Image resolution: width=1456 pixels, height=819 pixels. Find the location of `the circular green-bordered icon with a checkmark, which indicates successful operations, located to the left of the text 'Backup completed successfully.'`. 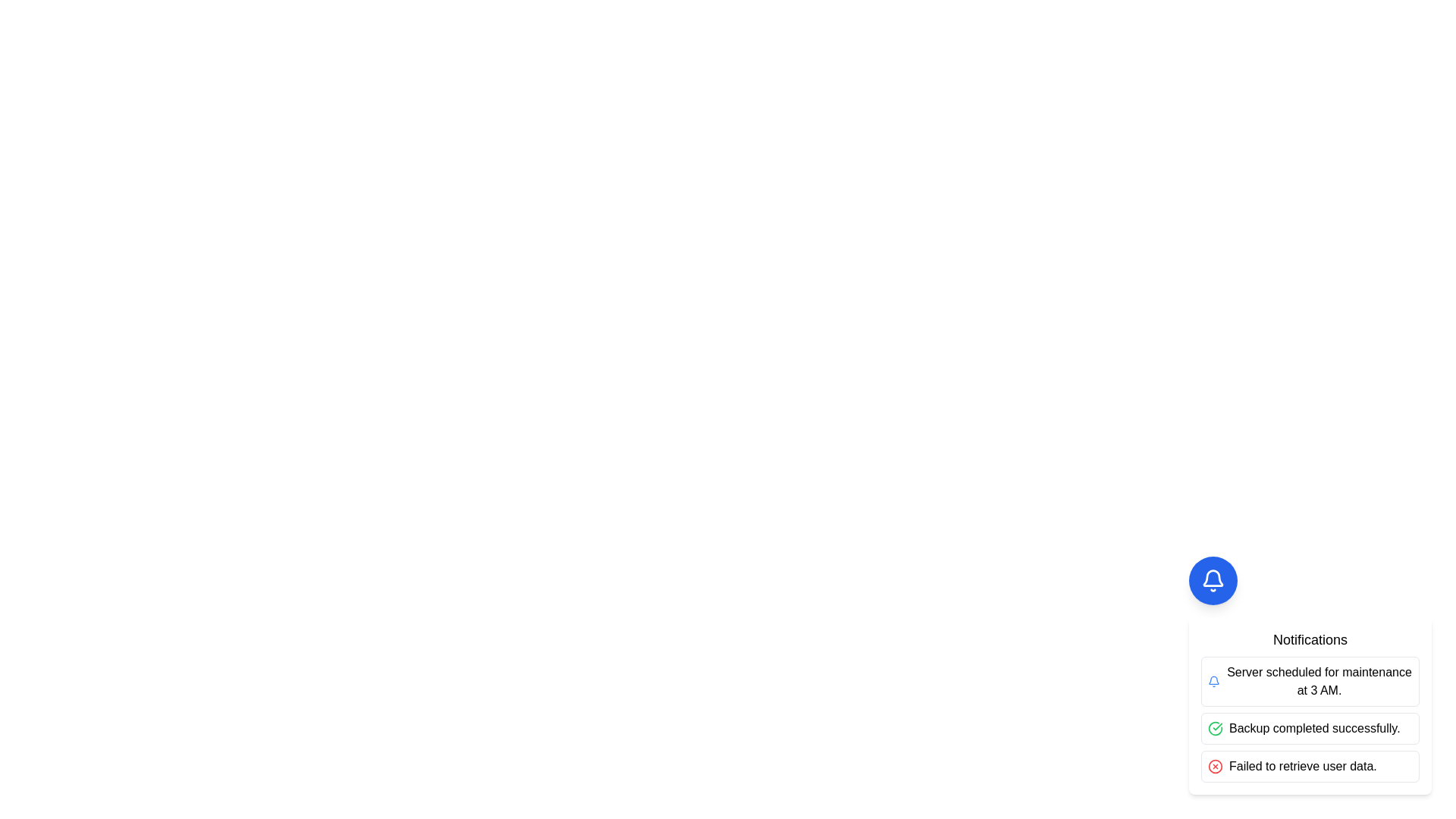

the circular green-bordered icon with a checkmark, which indicates successful operations, located to the left of the text 'Backup completed successfully.' is located at coordinates (1216, 727).